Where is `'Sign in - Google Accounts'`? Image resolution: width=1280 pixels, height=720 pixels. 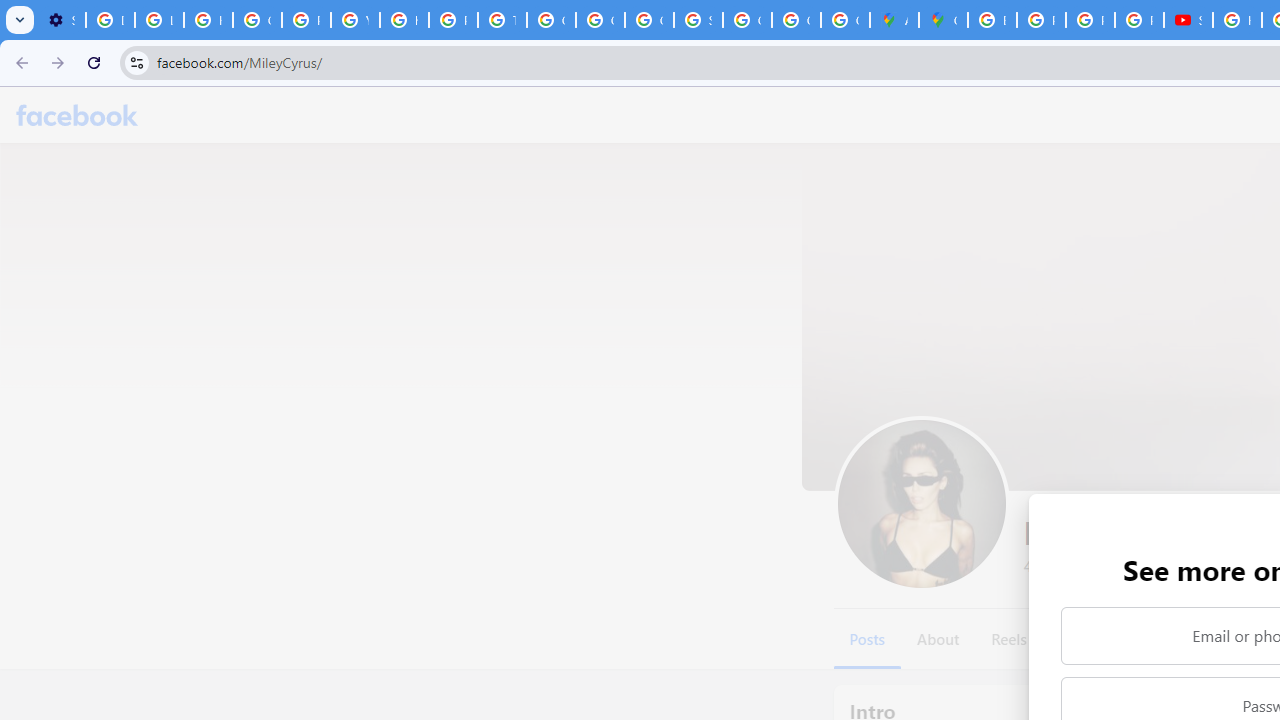
'Sign in - Google Accounts' is located at coordinates (698, 20).